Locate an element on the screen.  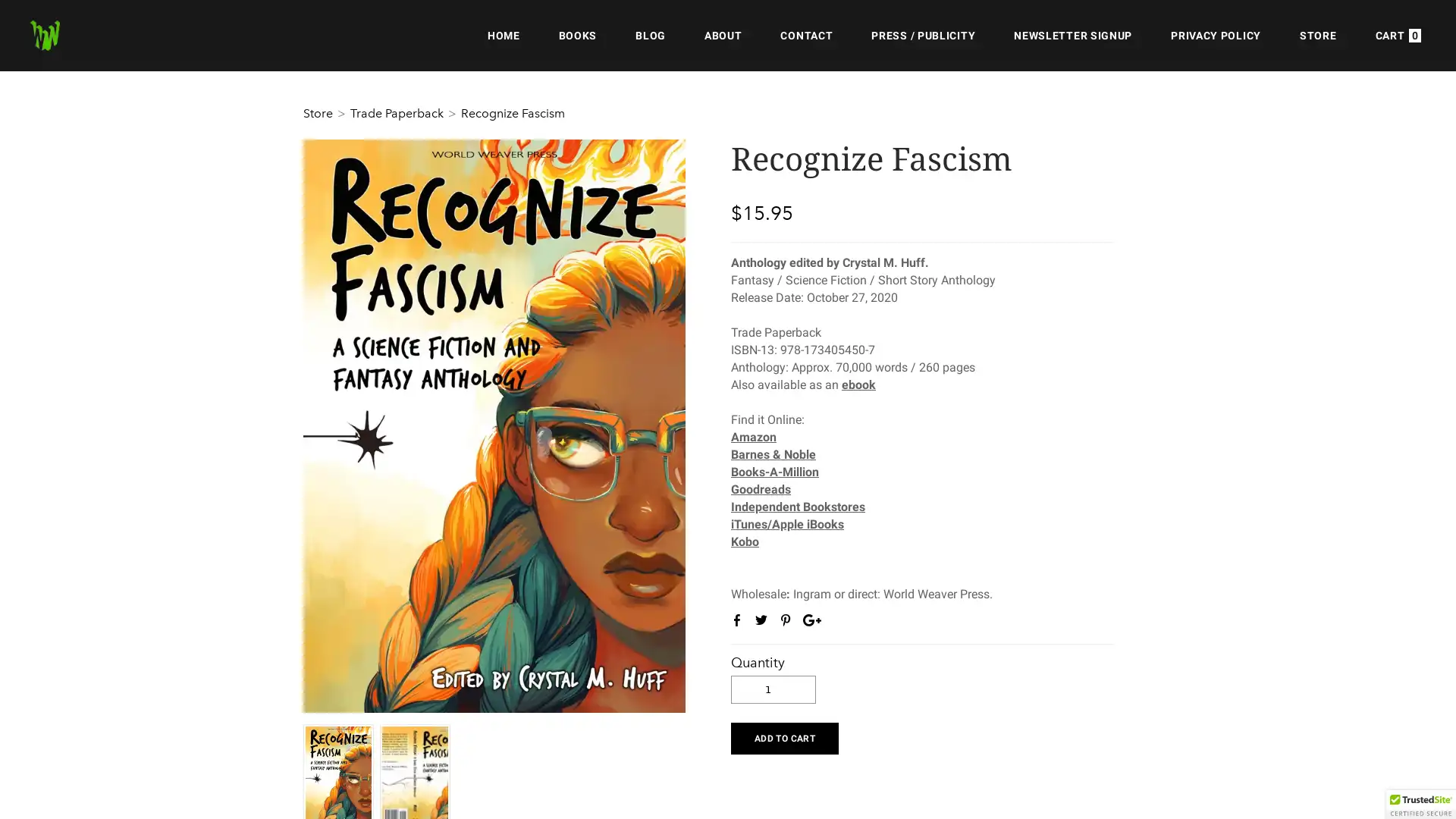
ADD TO CART is located at coordinates (784, 736).